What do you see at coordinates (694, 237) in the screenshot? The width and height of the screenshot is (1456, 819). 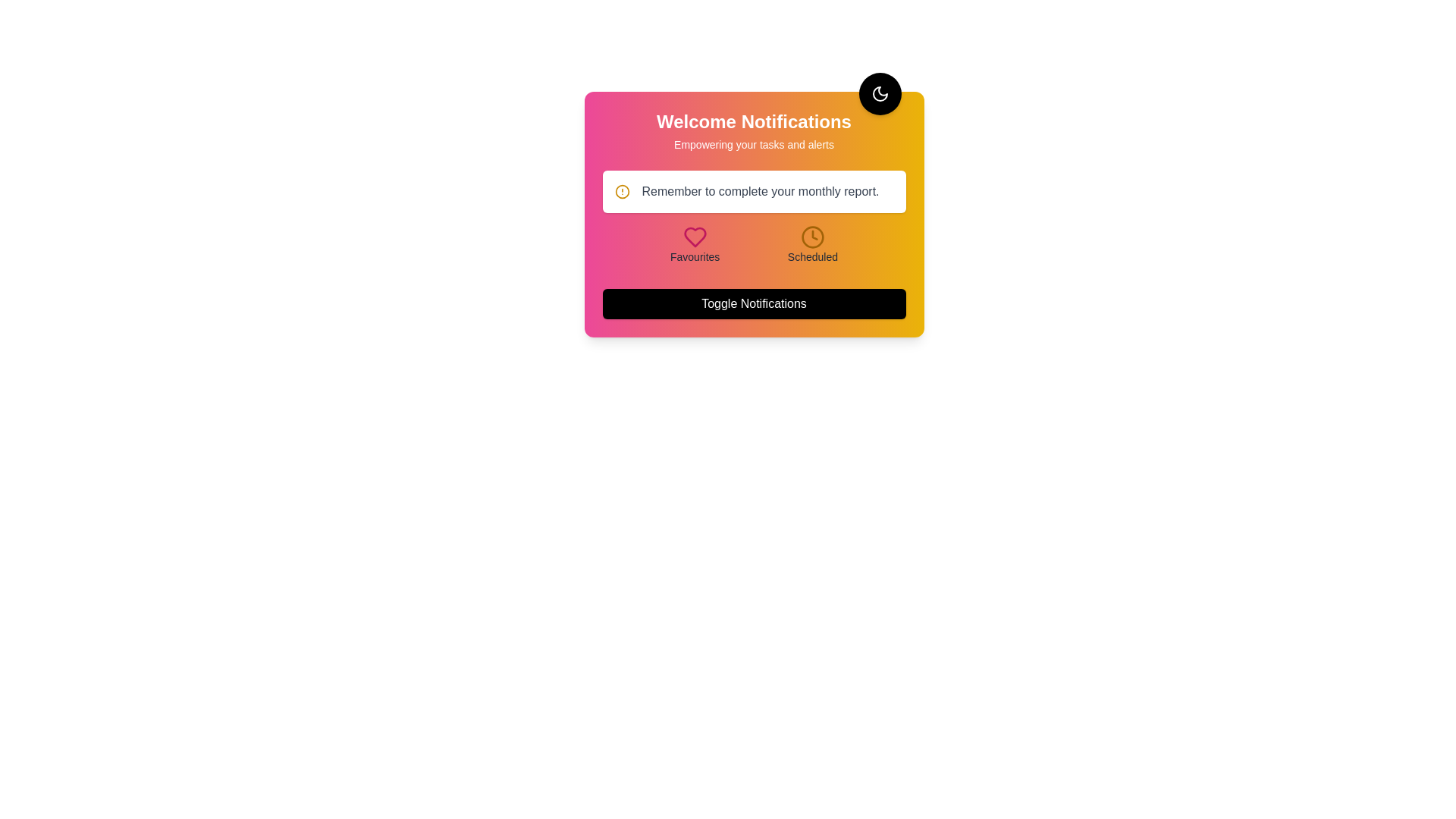 I see `the heart-shaped icon with a hollow center and pink outline located in the 'Favourites' section of the notification card` at bounding box center [694, 237].